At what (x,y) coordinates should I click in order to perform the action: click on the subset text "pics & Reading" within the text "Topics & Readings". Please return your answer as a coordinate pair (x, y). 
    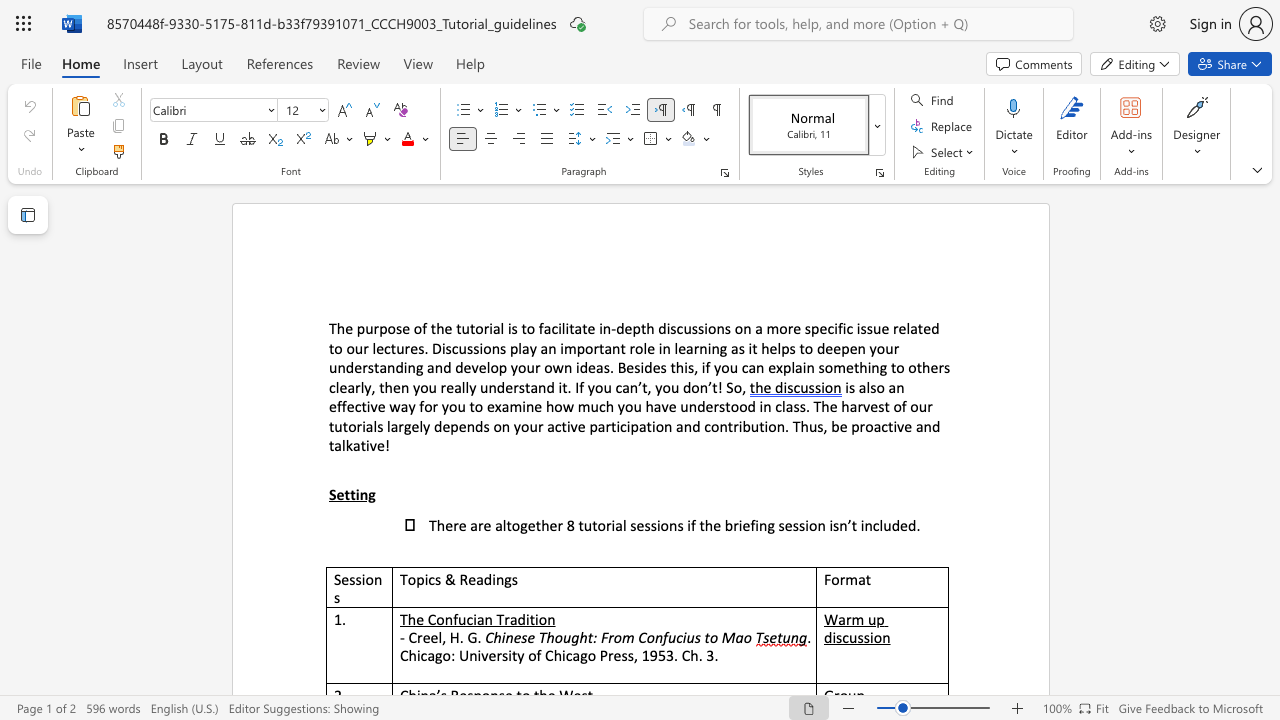
    Looking at the image, I should click on (415, 579).